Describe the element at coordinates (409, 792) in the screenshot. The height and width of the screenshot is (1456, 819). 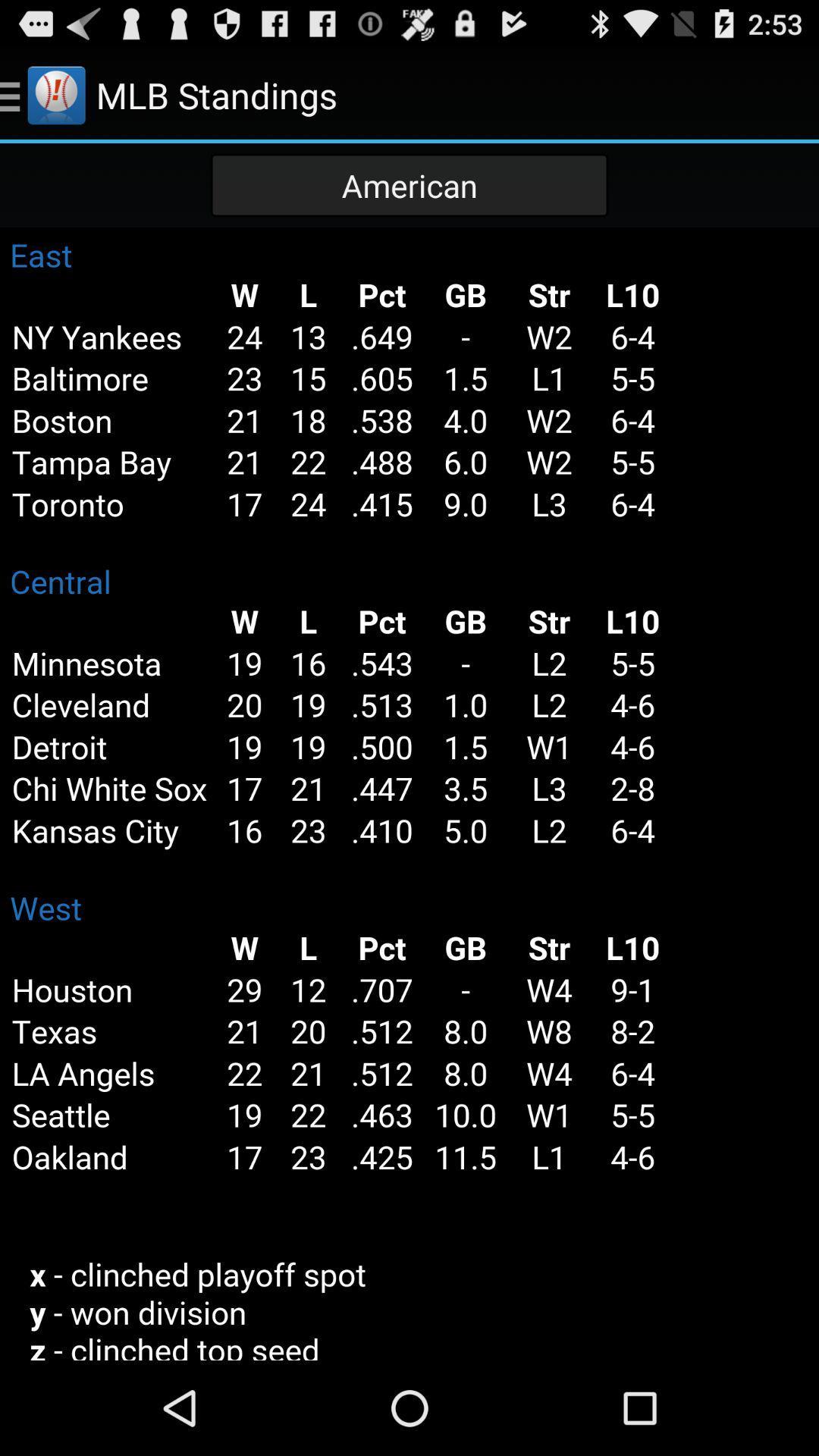
I see `team standing table` at that location.